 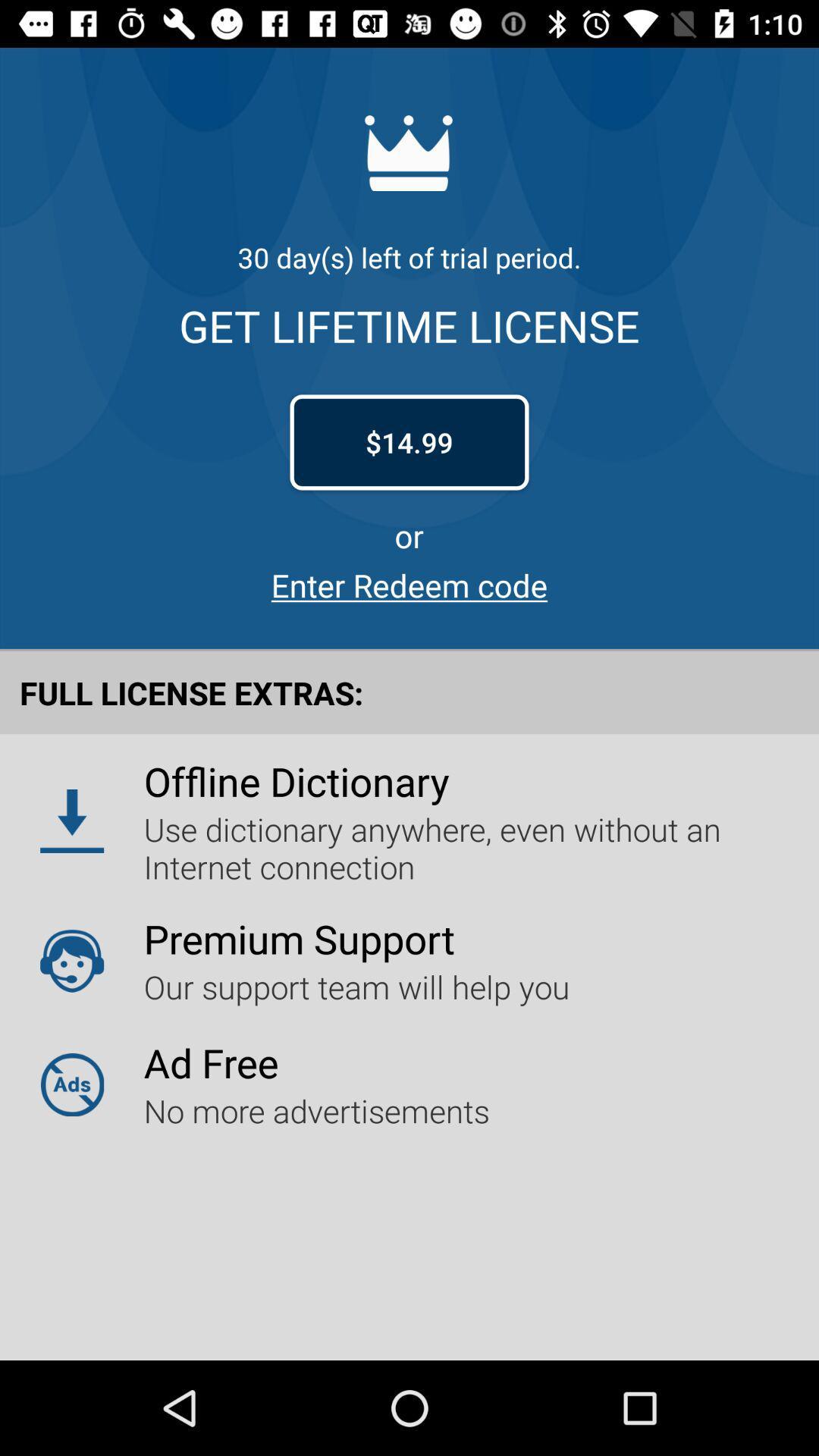 I want to click on item above or, so click(x=409, y=441).